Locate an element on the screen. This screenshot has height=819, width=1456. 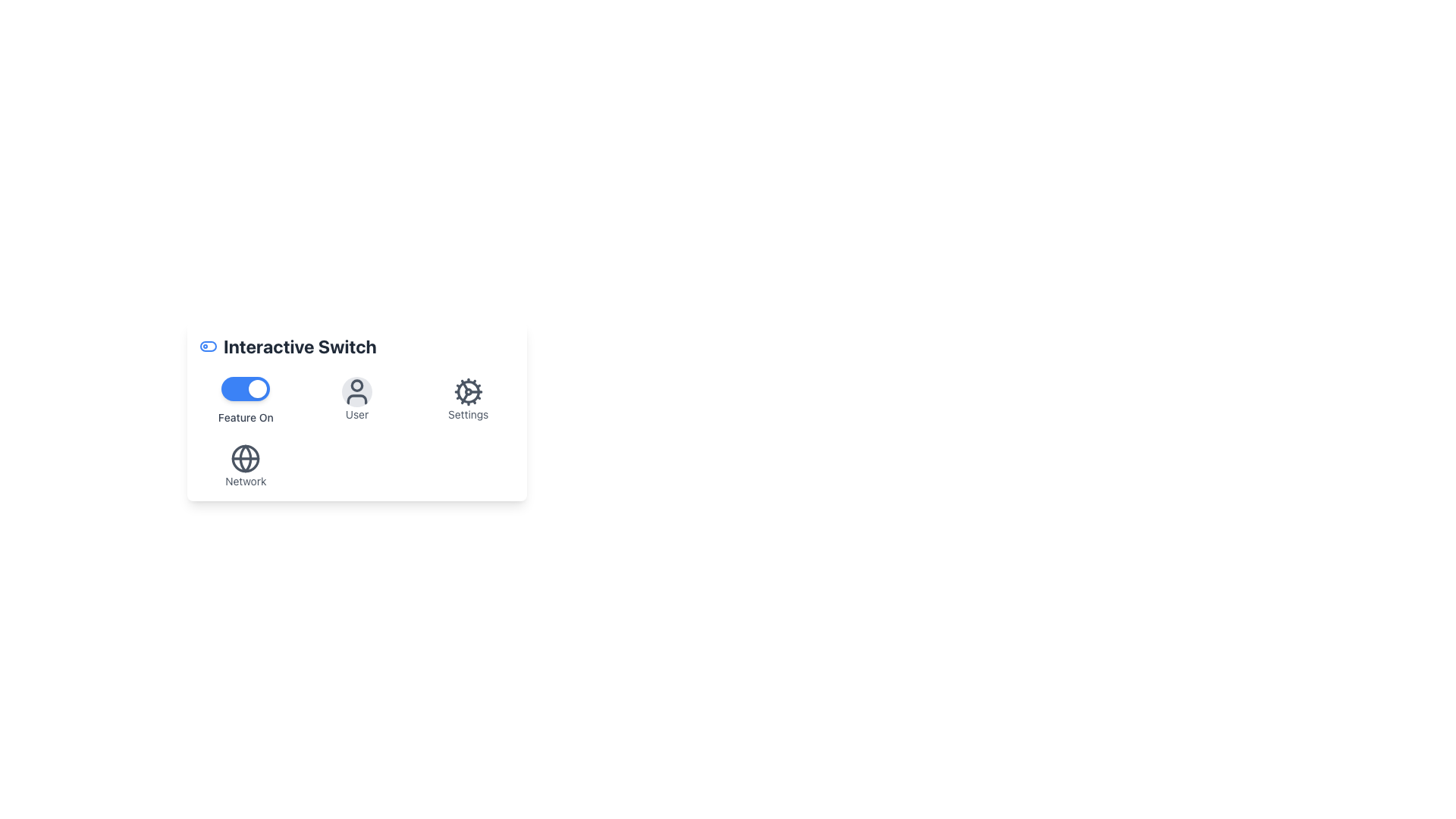
the circular icon element representing the head in the user figure, located on the upper side of the user icon, which is the second icon in a row of three smaller icons within the card is located at coordinates (356, 384).